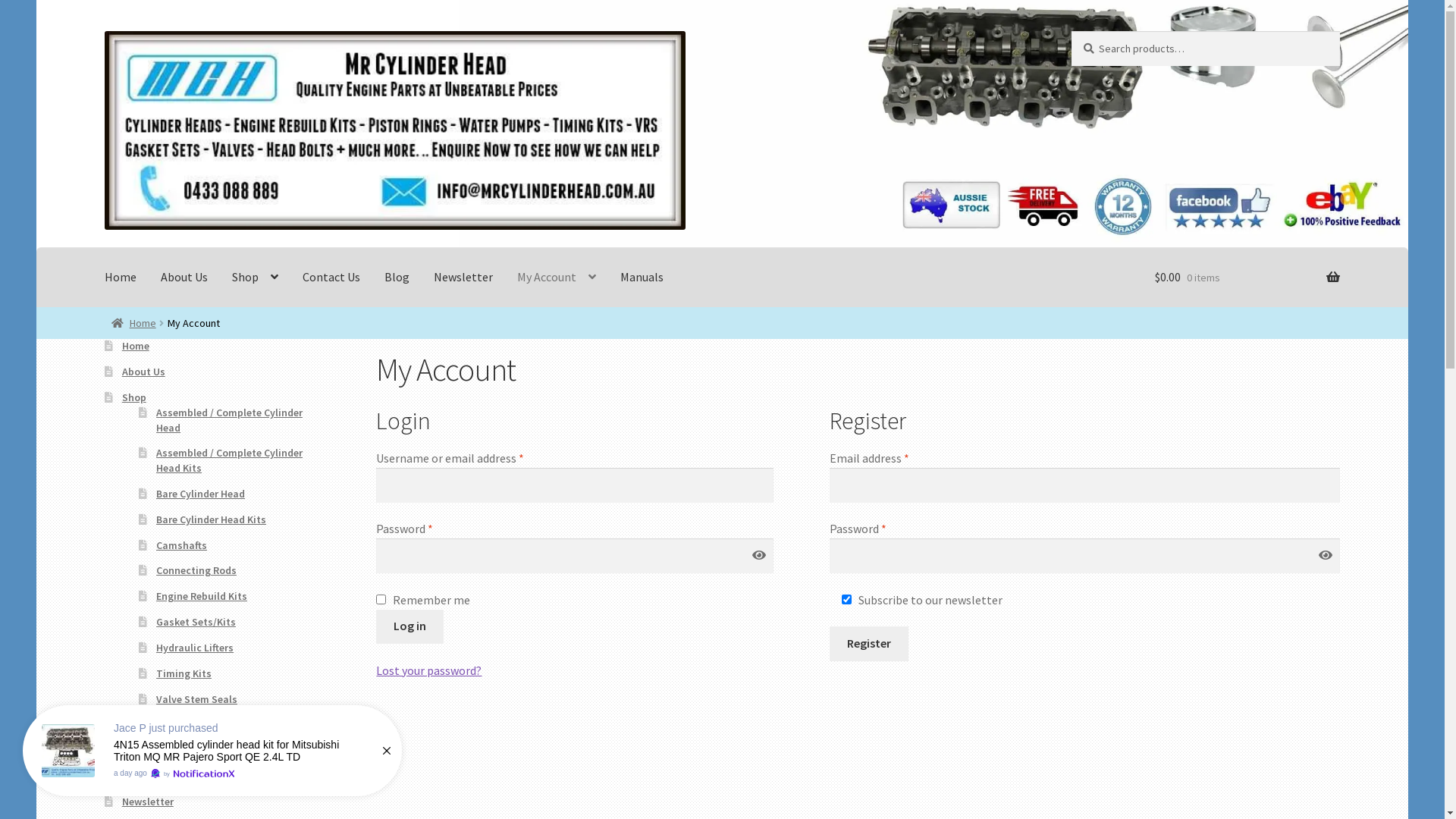 The width and height of the screenshot is (1456, 819). Describe the element at coordinates (184, 277) in the screenshot. I see `'About Us'` at that location.